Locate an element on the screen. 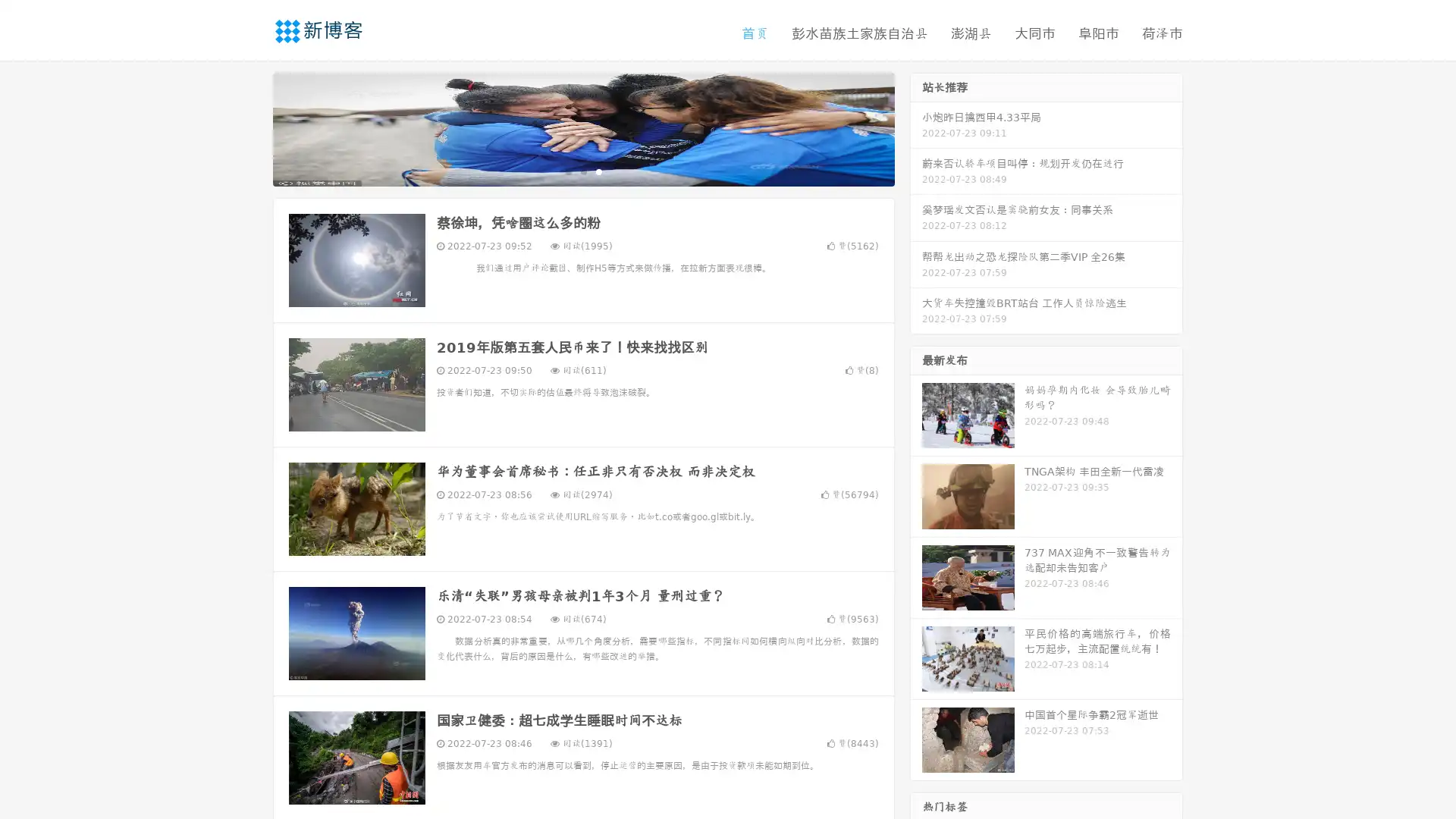  Go to slide 3 is located at coordinates (598, 171).